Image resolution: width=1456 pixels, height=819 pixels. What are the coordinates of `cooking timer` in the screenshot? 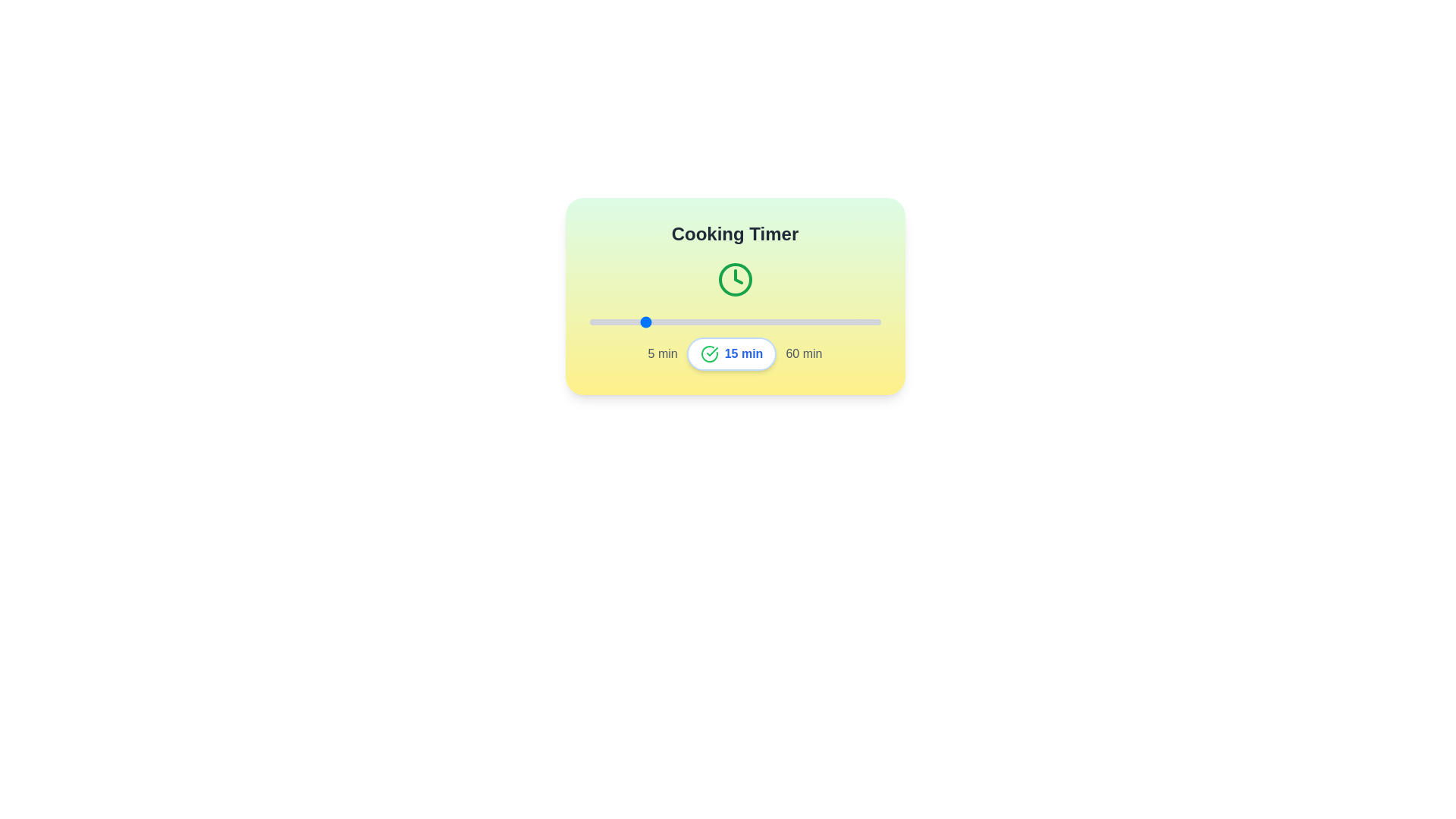 It's located at (859, 321).